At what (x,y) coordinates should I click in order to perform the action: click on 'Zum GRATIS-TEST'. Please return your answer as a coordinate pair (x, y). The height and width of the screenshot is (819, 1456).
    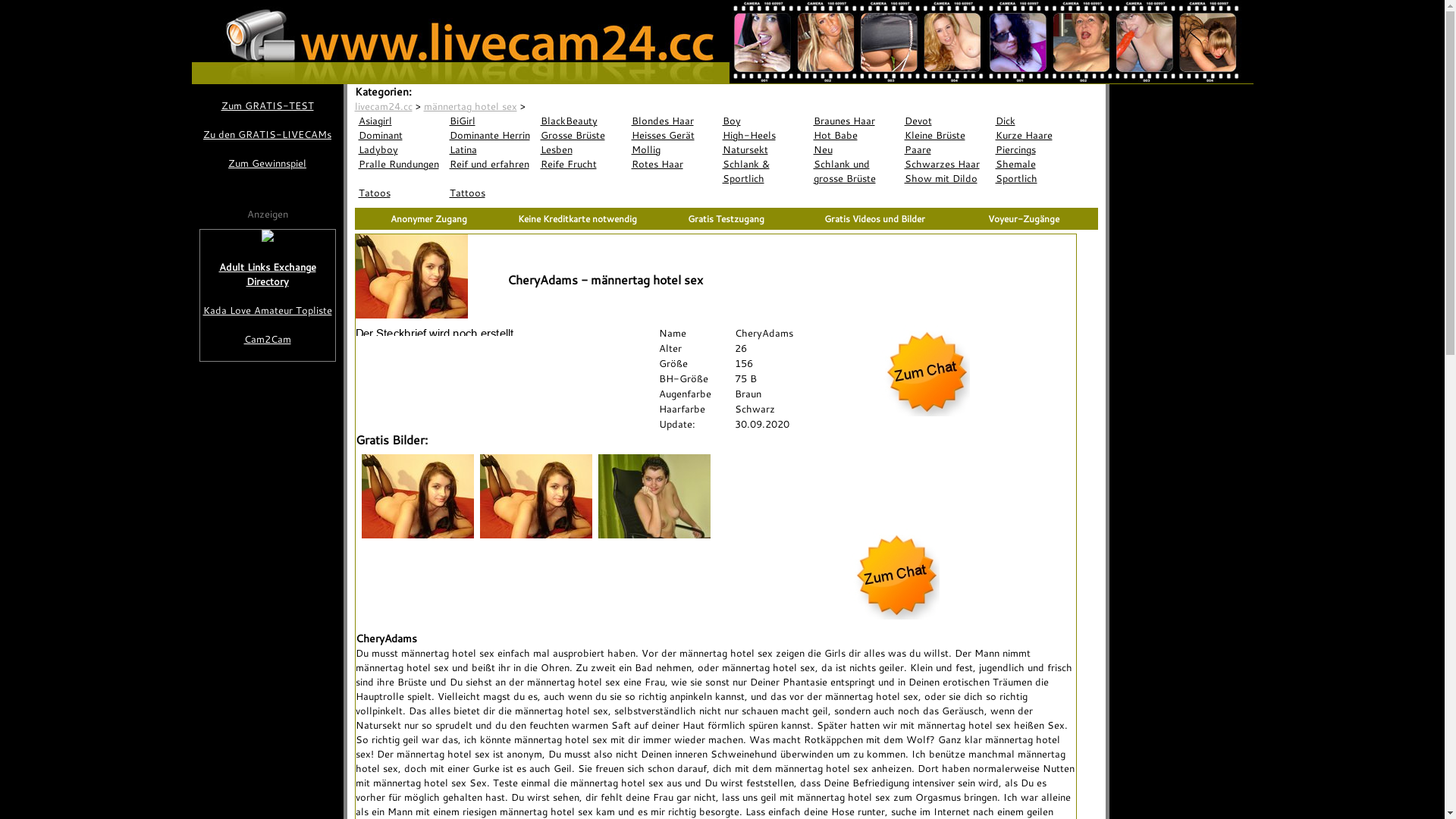
    Looking at the image, I should click on (266, 105).